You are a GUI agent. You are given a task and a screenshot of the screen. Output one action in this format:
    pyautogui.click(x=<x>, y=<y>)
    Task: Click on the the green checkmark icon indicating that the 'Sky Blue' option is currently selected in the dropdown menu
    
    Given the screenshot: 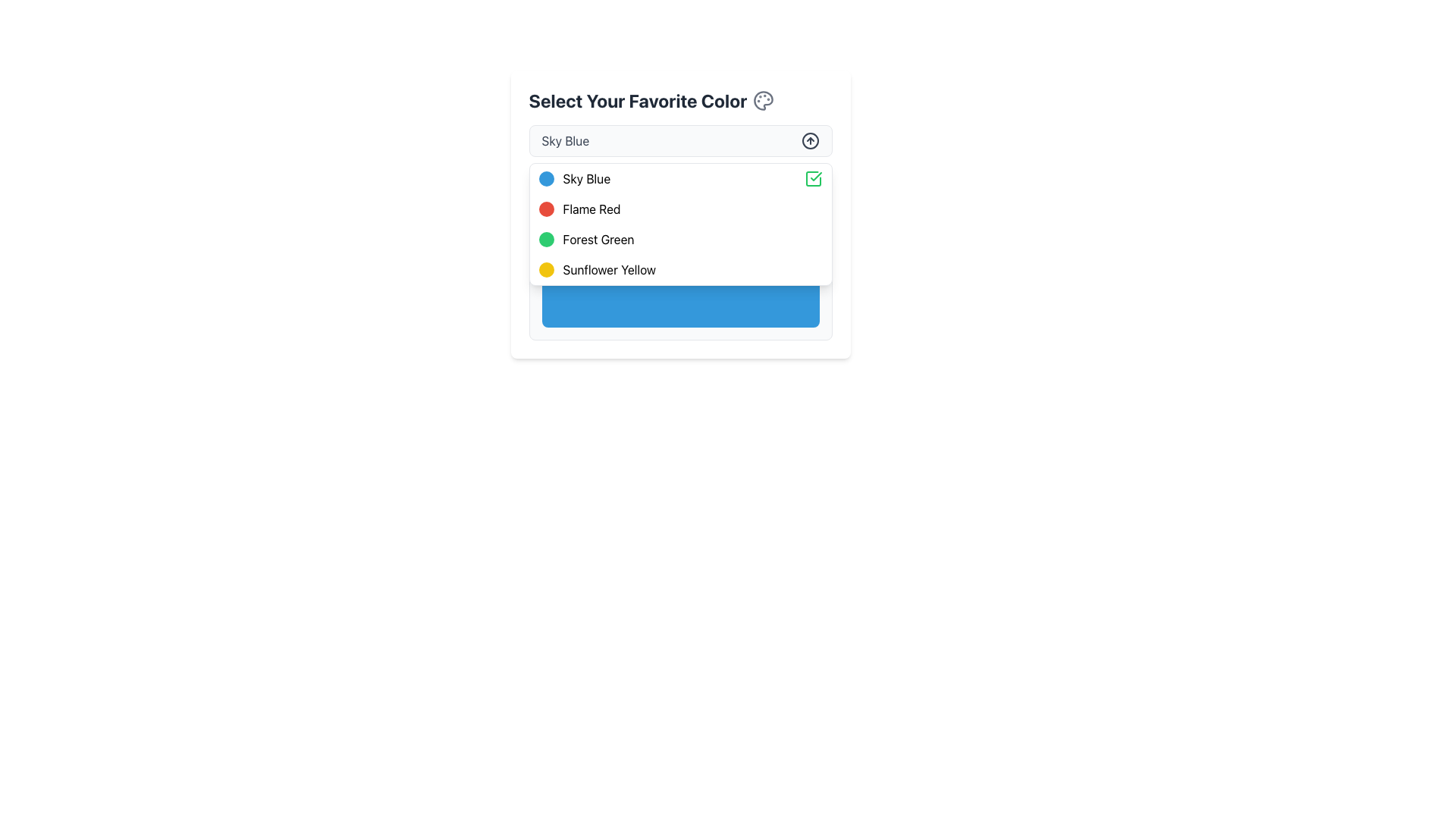 What is the action you would take?
    pyautogui.click(x=812, y=177)
    